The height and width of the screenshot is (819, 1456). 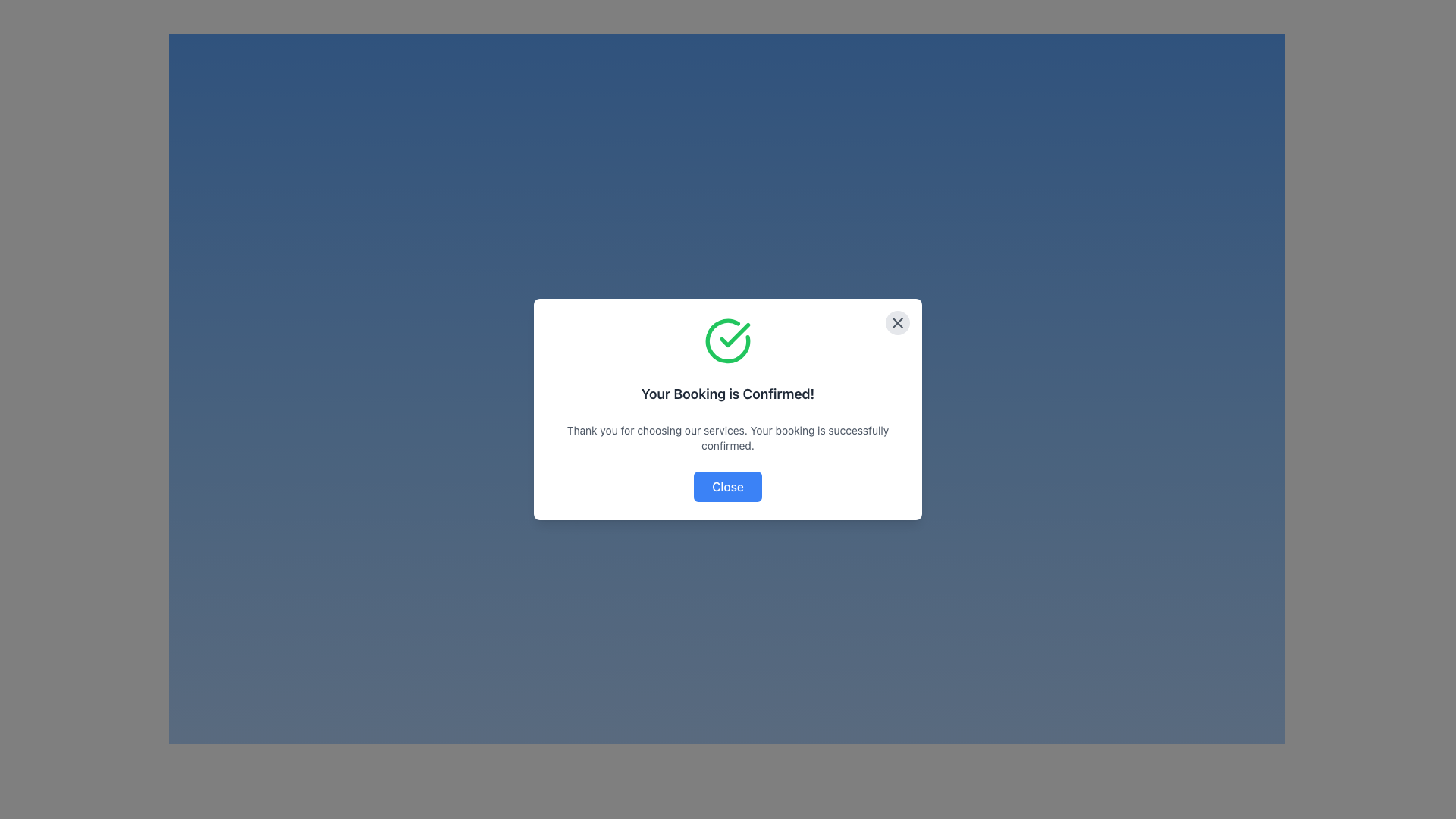 I want to click on text label displaying 'Your Booking is Confirmed!' which is positioned below a green circular check icon in a modal dialog box, so click(x=728, y=394).